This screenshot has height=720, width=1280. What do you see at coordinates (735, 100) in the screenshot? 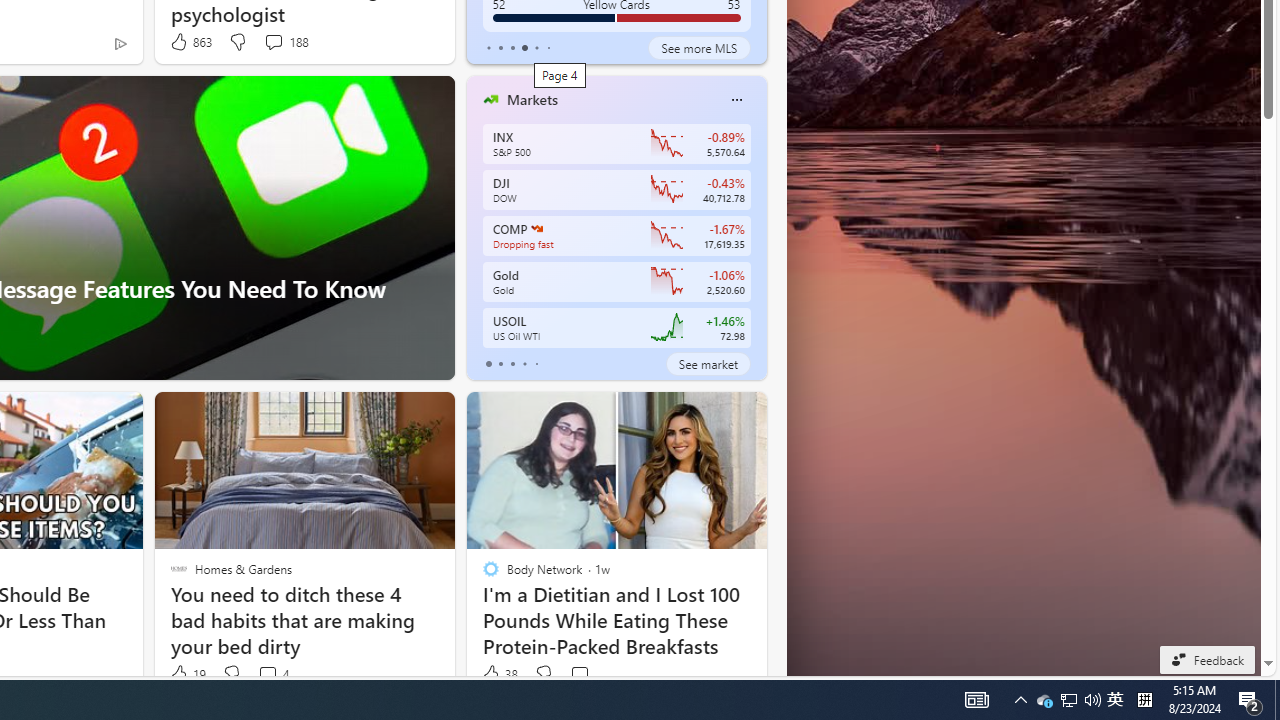
I see `'Class: icon-img'` at bounding box center [735, 100].